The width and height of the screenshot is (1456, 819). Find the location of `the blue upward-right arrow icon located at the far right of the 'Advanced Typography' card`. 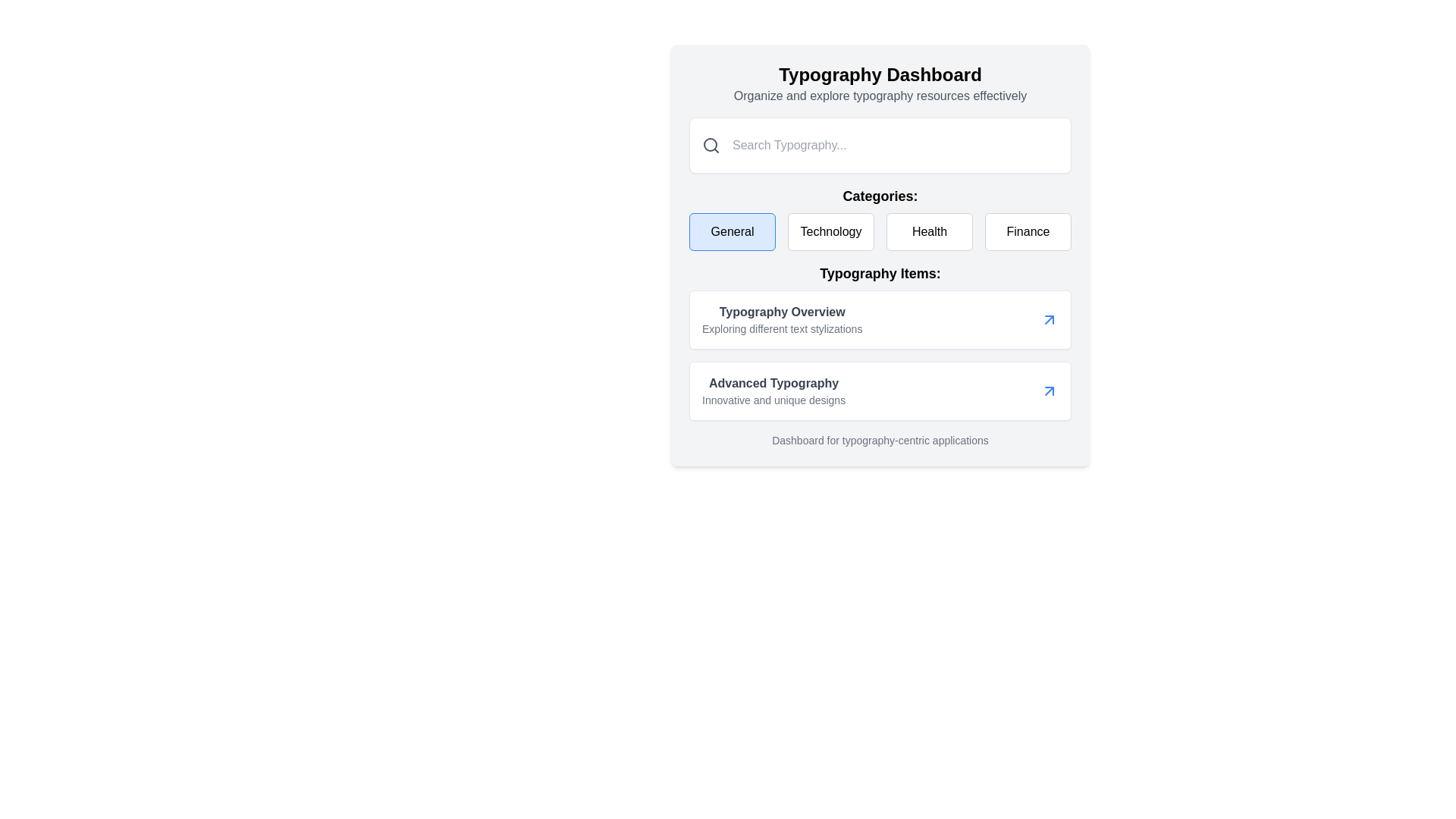

the blue upward-right arrow icon located at the far right of the 'Advanced Typography' card is located at coordinates (1048, 391).